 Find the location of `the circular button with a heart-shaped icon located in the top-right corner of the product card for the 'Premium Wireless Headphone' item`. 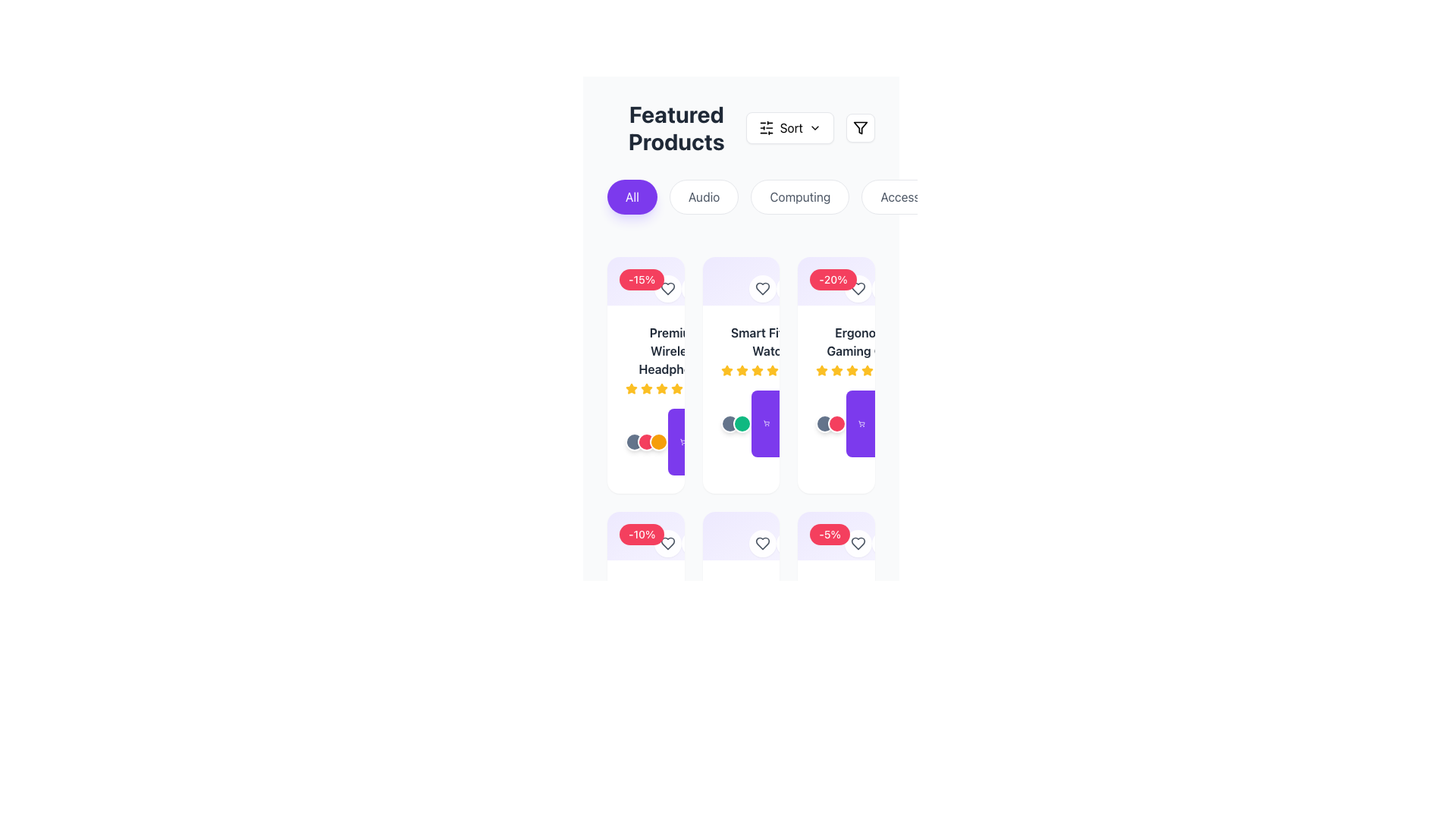

the circular button with a heart-shaped icon located in the top-right corner of the product card for the 'Premium Wireless Headphone' item is located at coordinates (667, 289).